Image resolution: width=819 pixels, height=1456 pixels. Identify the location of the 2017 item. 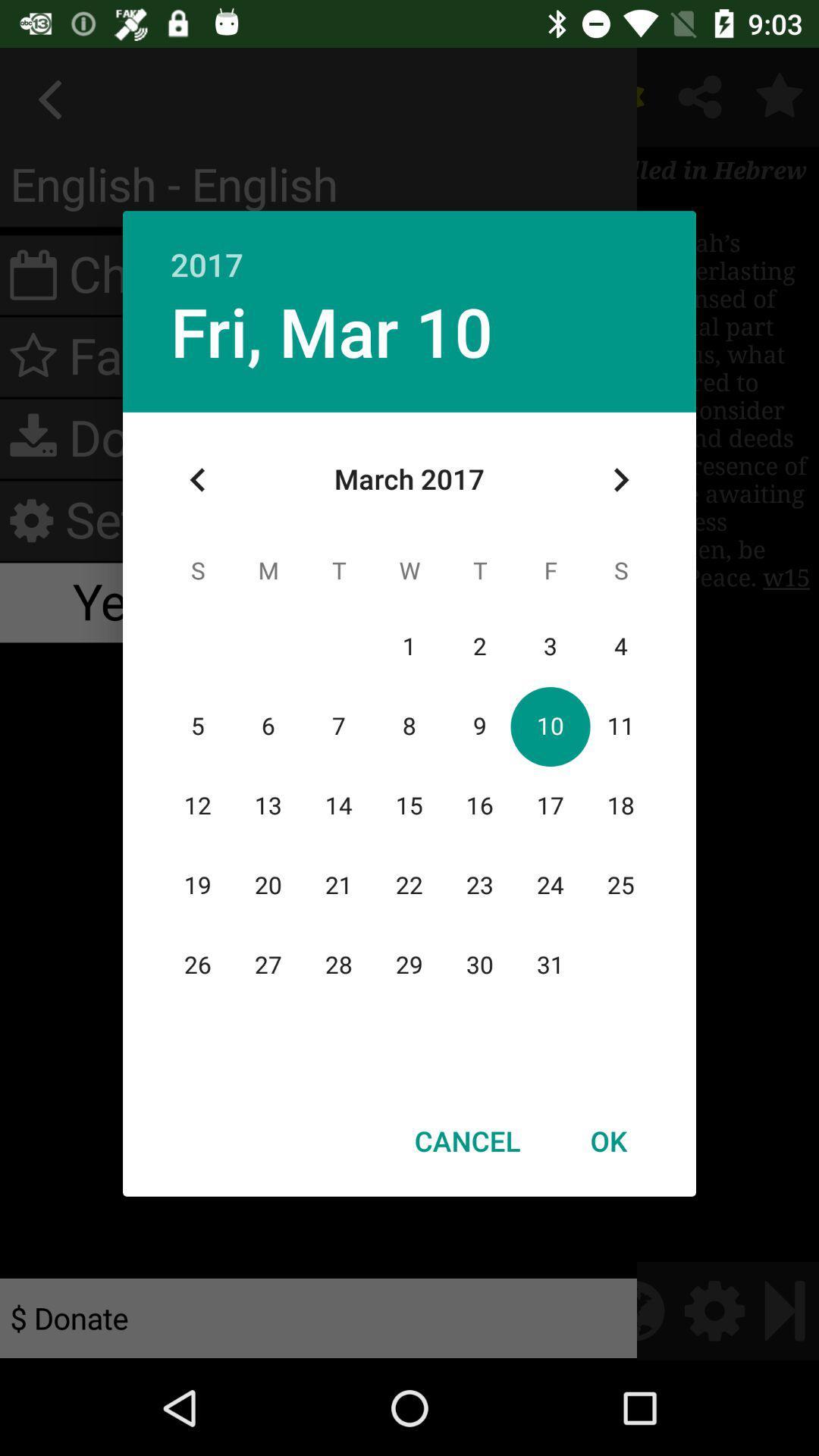
(409, 248).